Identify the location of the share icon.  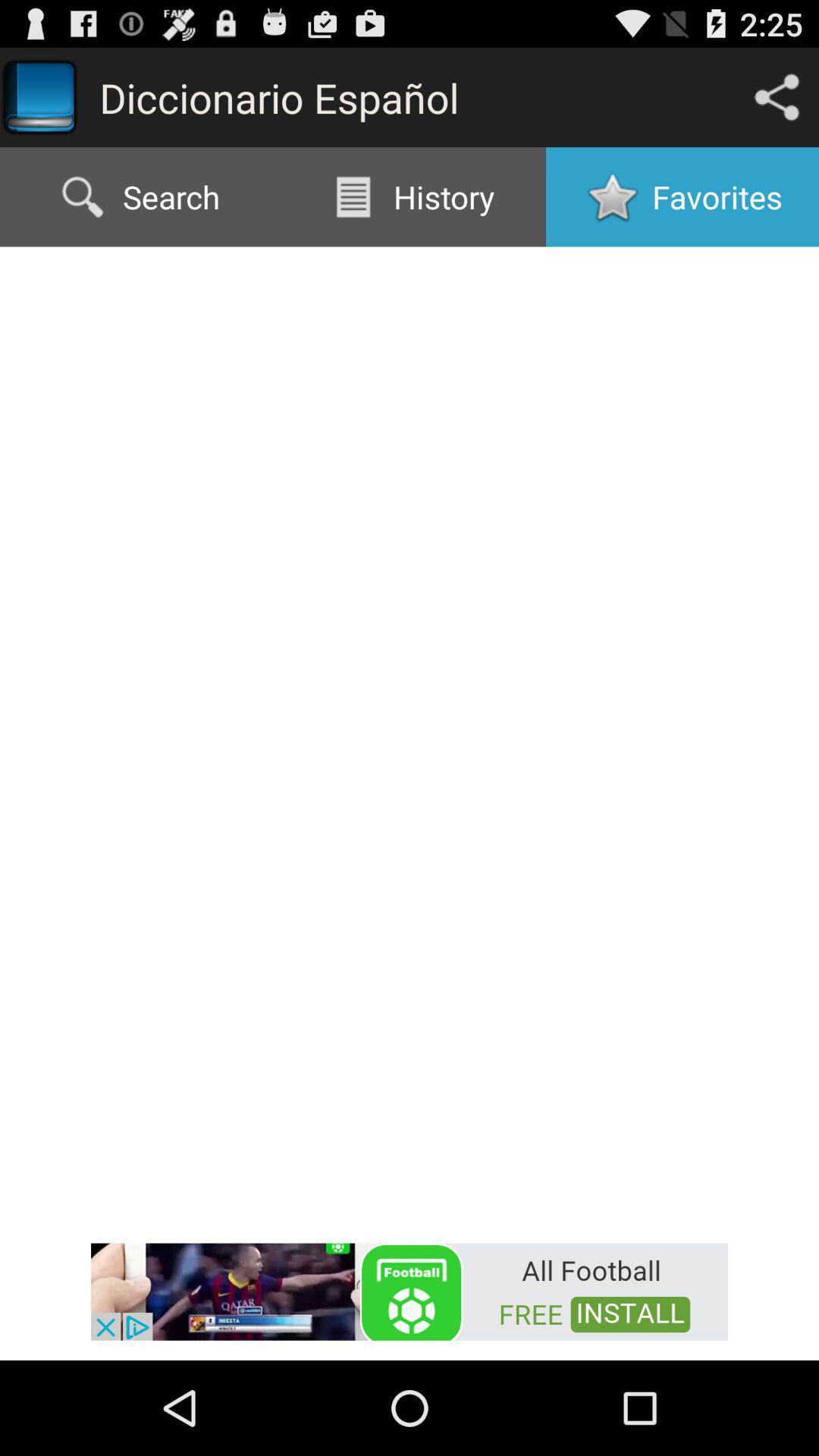
(777, 103).